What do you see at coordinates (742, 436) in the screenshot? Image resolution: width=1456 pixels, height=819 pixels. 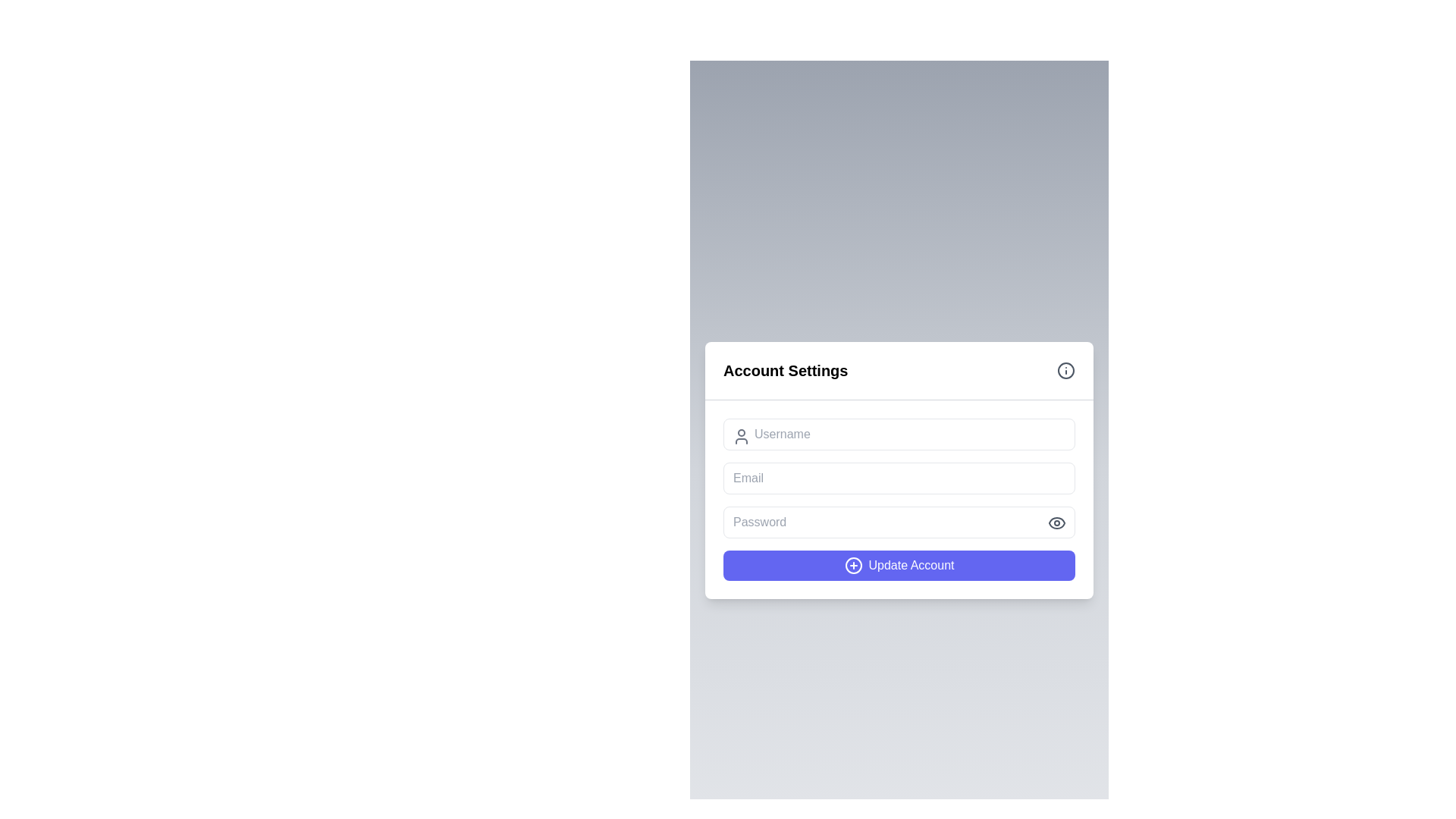 I see `the user silhouette icon located inside the username input field, positioned towards the left side of the field` at bounding box center [742, 436].